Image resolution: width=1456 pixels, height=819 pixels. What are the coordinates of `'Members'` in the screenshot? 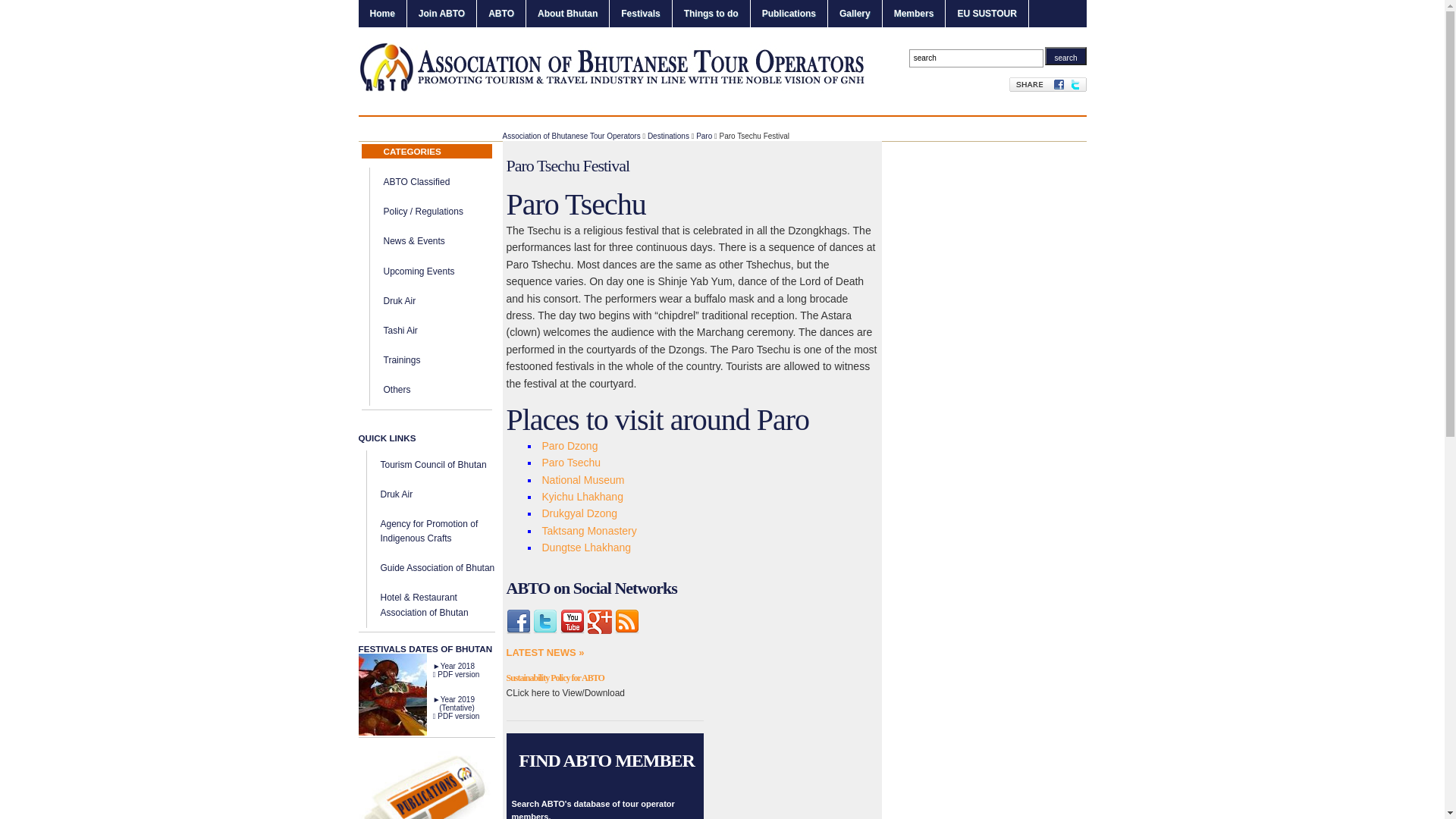 It's located at (913, 14).